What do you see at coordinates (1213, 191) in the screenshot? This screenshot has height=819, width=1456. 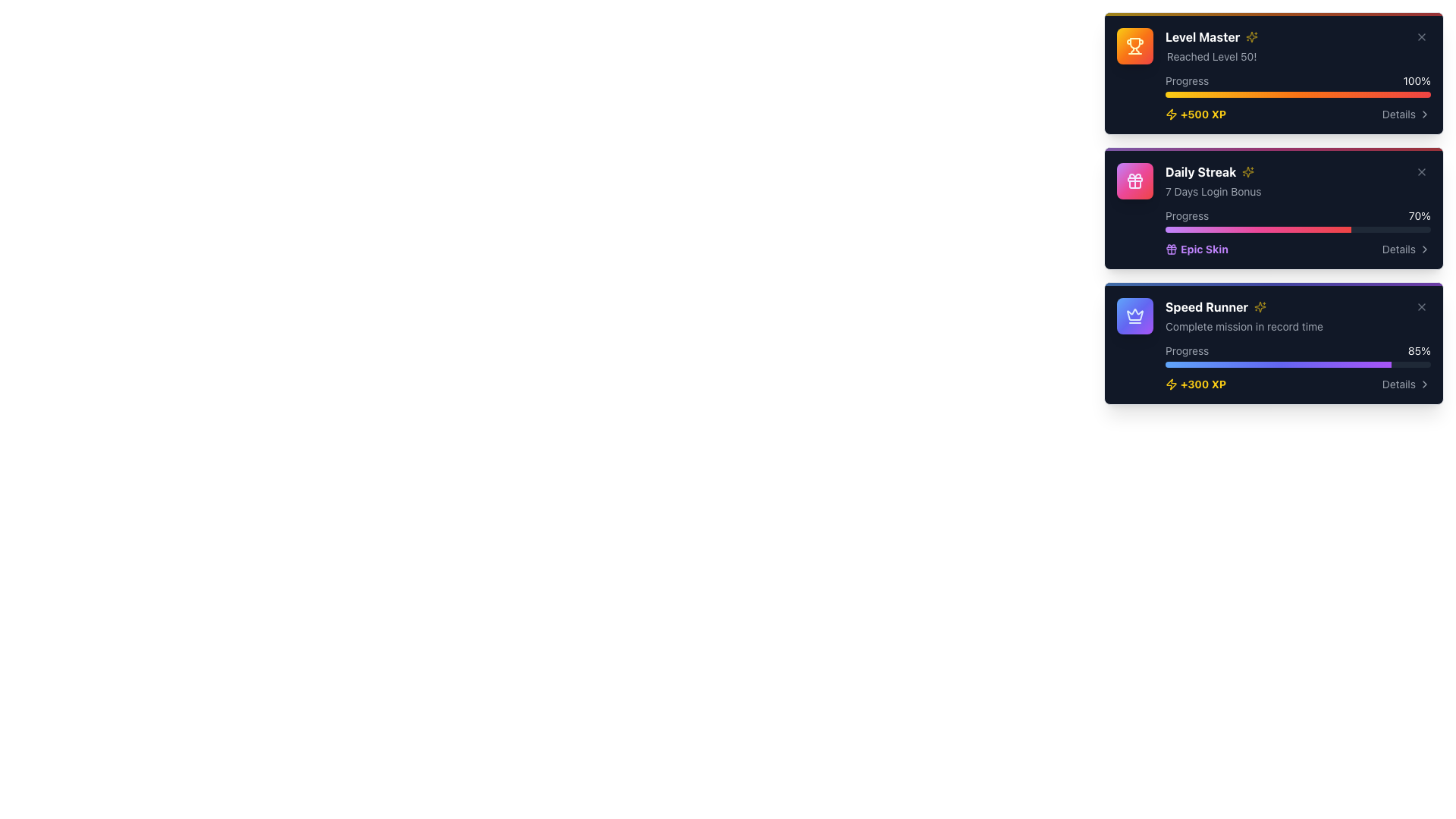 I see `the descriptive text label for the 'Daily Streak' feature, which indicates '7 Days Login Bonus' and is located in the second card of three, just below the title` at bounding box center [1213, 191].